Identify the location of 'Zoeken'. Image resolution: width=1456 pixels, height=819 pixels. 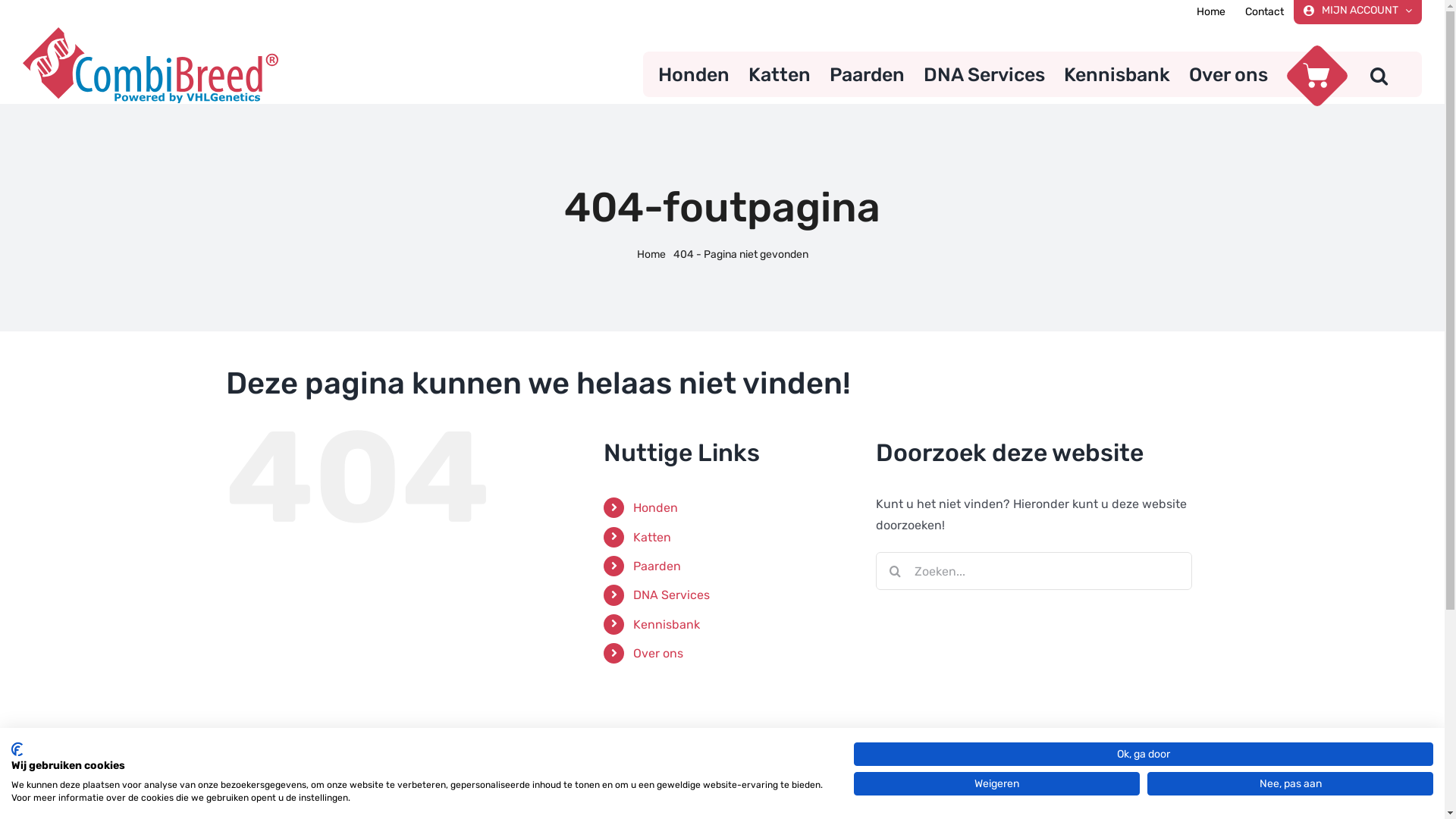
(1379, 74).